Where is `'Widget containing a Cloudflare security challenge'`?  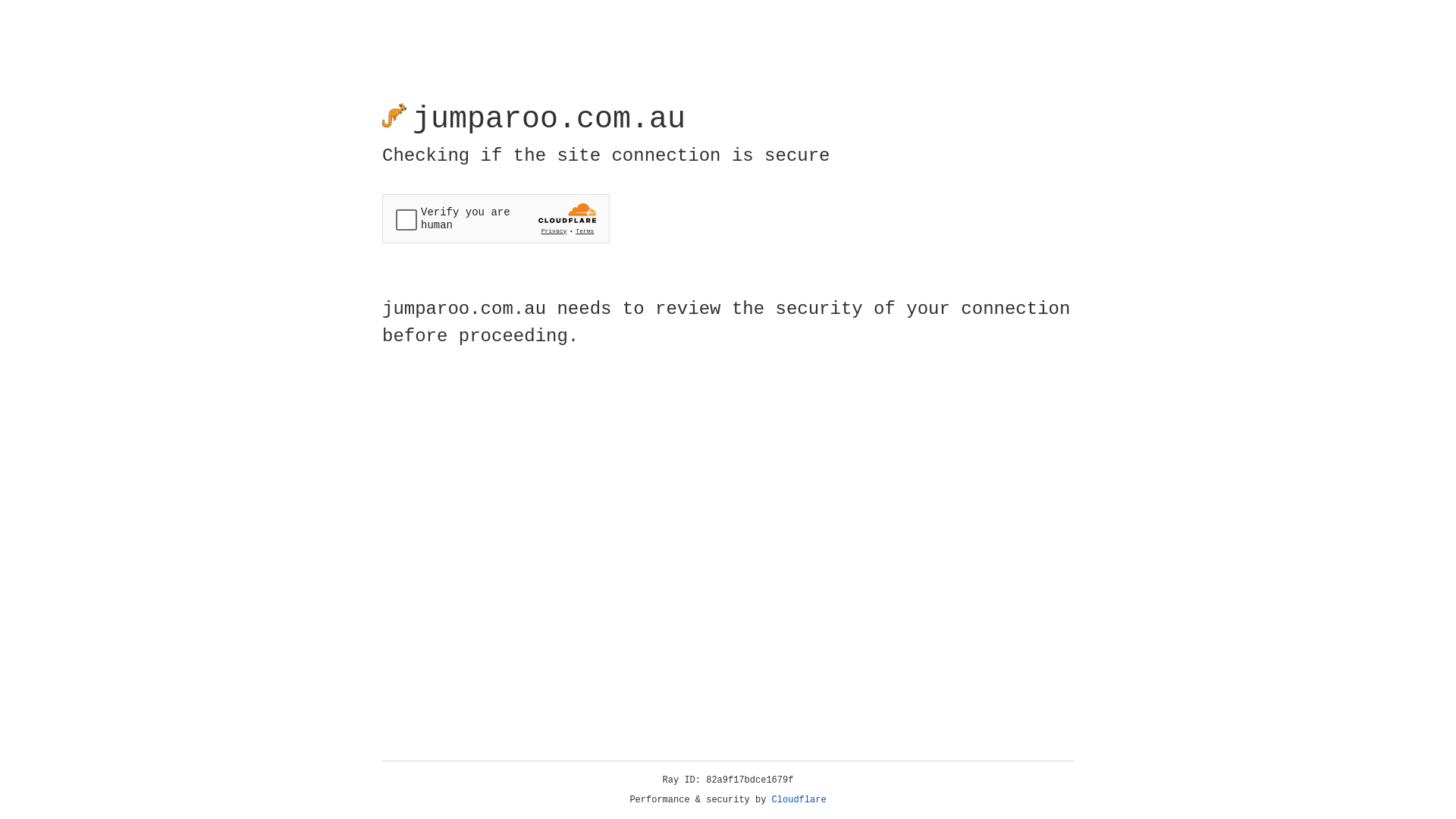
'Widget containing a Cloudflare security challenge' is located at coordinates (495, 218).